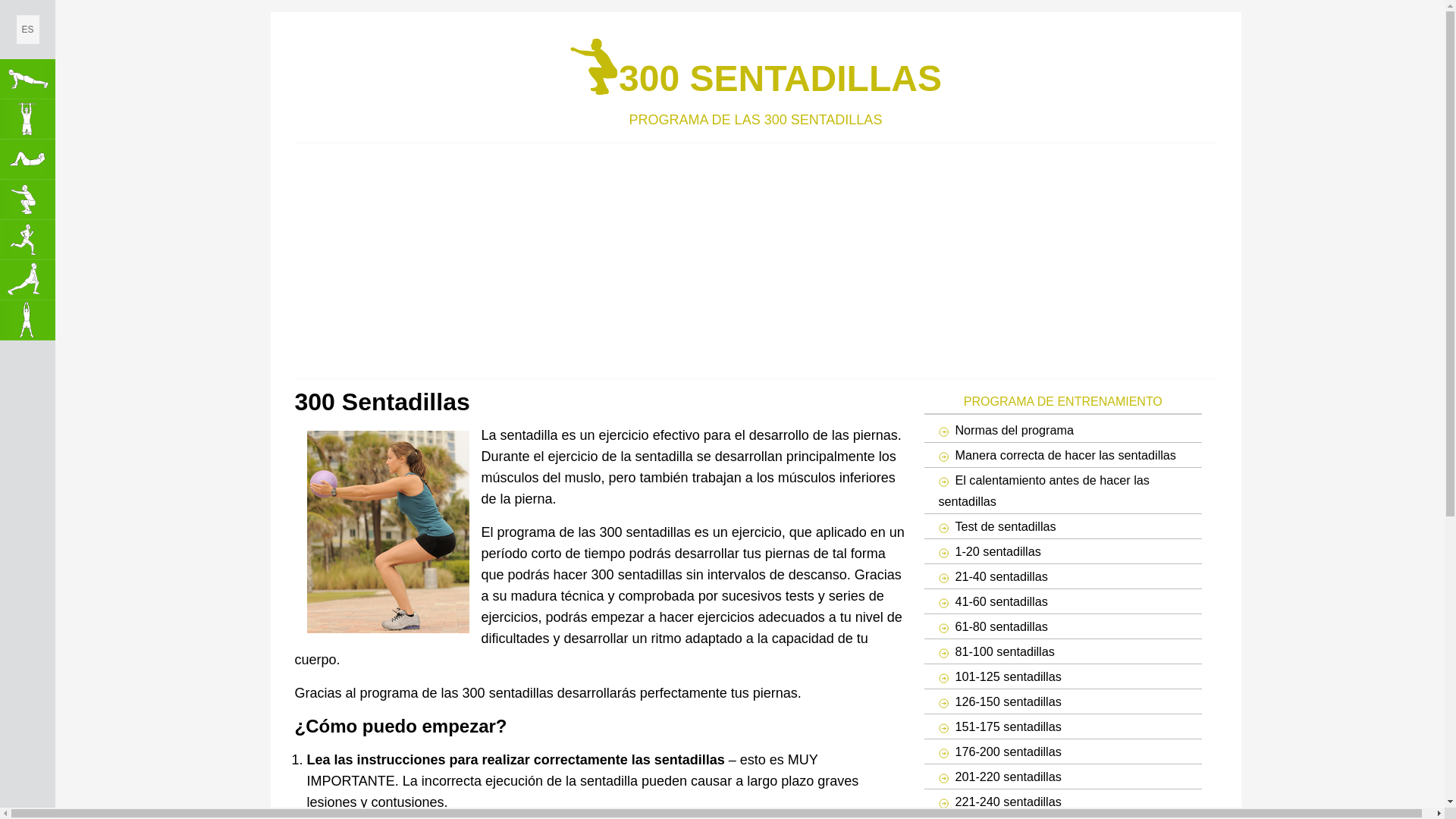  I want to click on 'ES', so click(17, 29).